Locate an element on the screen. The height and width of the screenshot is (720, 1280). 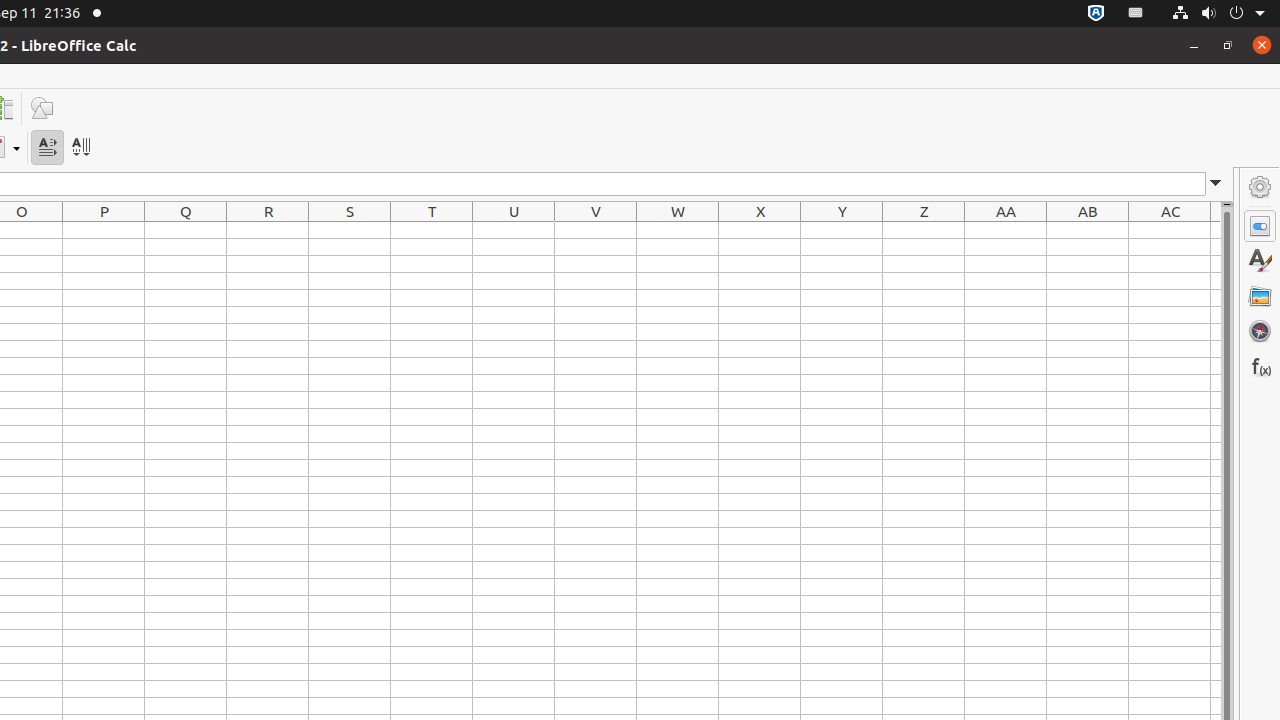
'U1' is located at coordinates (514, 229).